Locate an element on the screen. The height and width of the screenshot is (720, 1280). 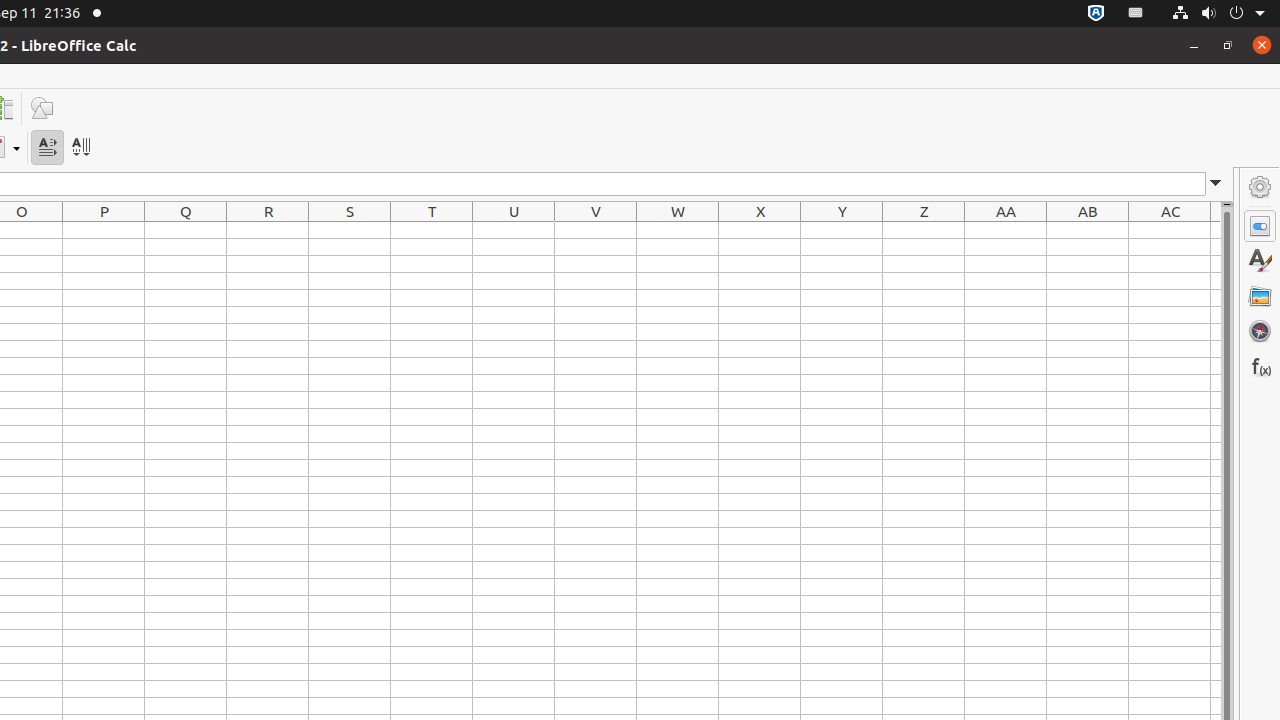
'U1' is located at coordinates (514, 229).